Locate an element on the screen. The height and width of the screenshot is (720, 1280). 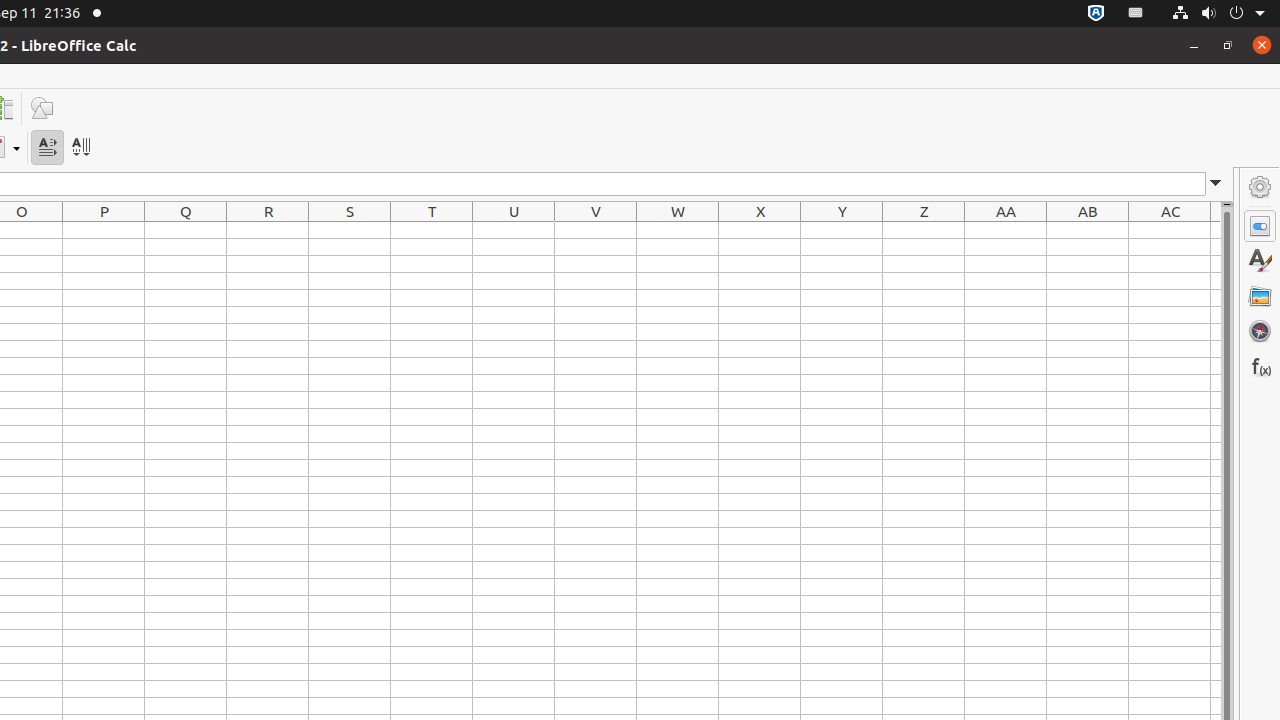
'U1' is located at coordinates (514, 229).